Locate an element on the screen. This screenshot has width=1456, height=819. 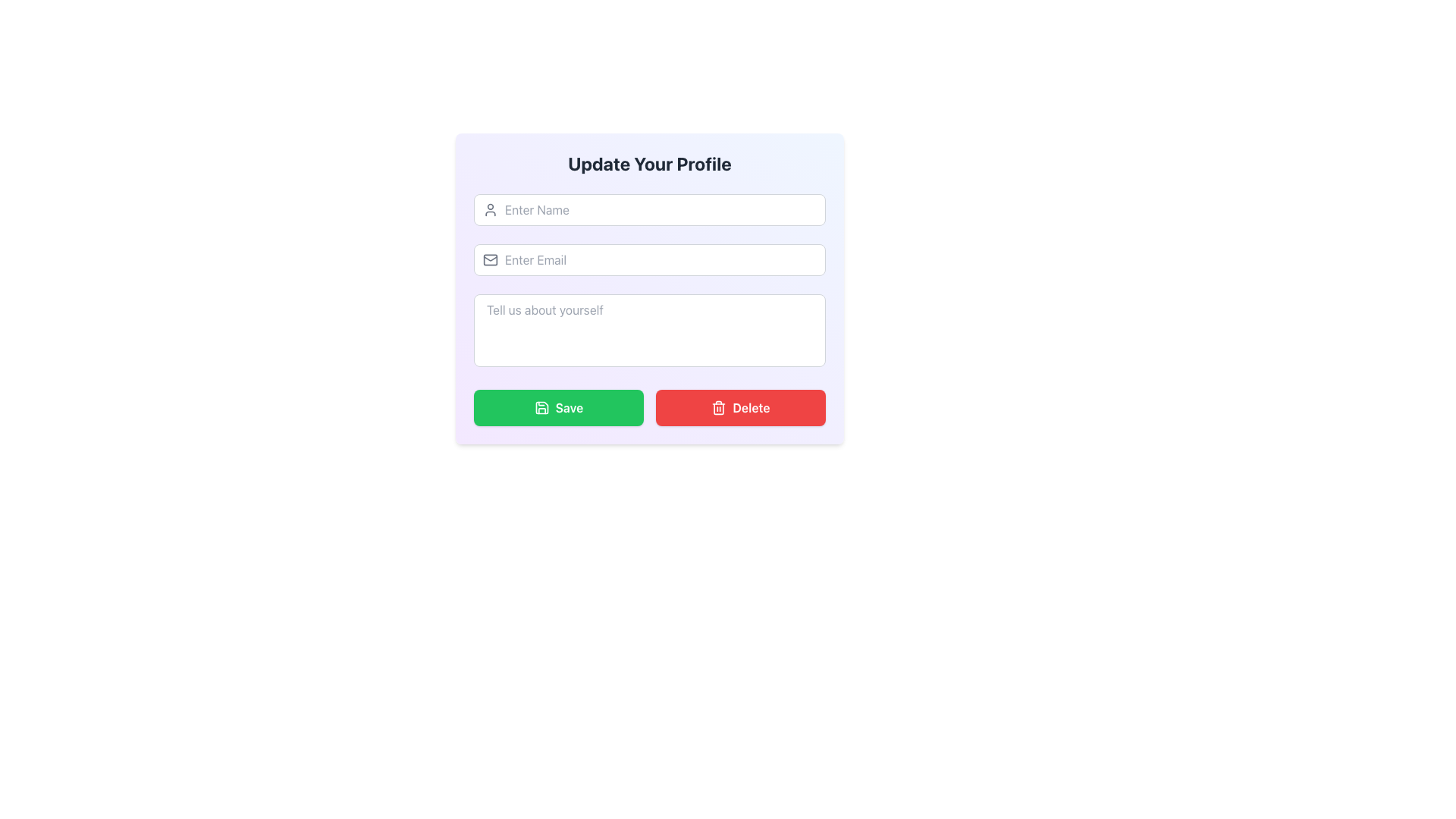
the delete icon located inside the red 'Delete' button at the bottom-right corner of the form is located at coordinates (718, 406).